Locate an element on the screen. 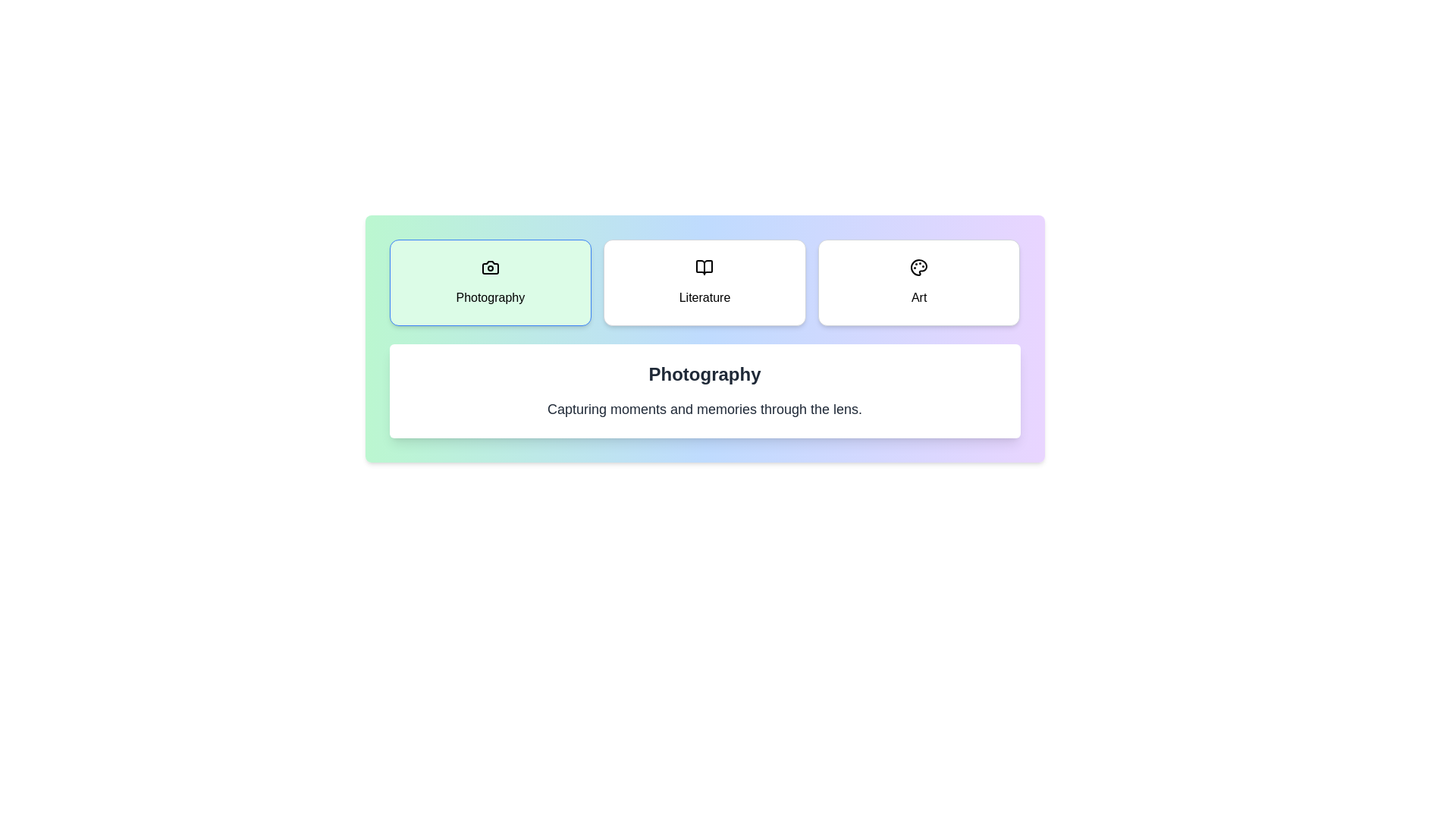 The image size is (1456, 819). the artist's palette icon located at the center upper area of the Art card, which is the rightmost card in a row of three cards is located at coordinates (918, 267).